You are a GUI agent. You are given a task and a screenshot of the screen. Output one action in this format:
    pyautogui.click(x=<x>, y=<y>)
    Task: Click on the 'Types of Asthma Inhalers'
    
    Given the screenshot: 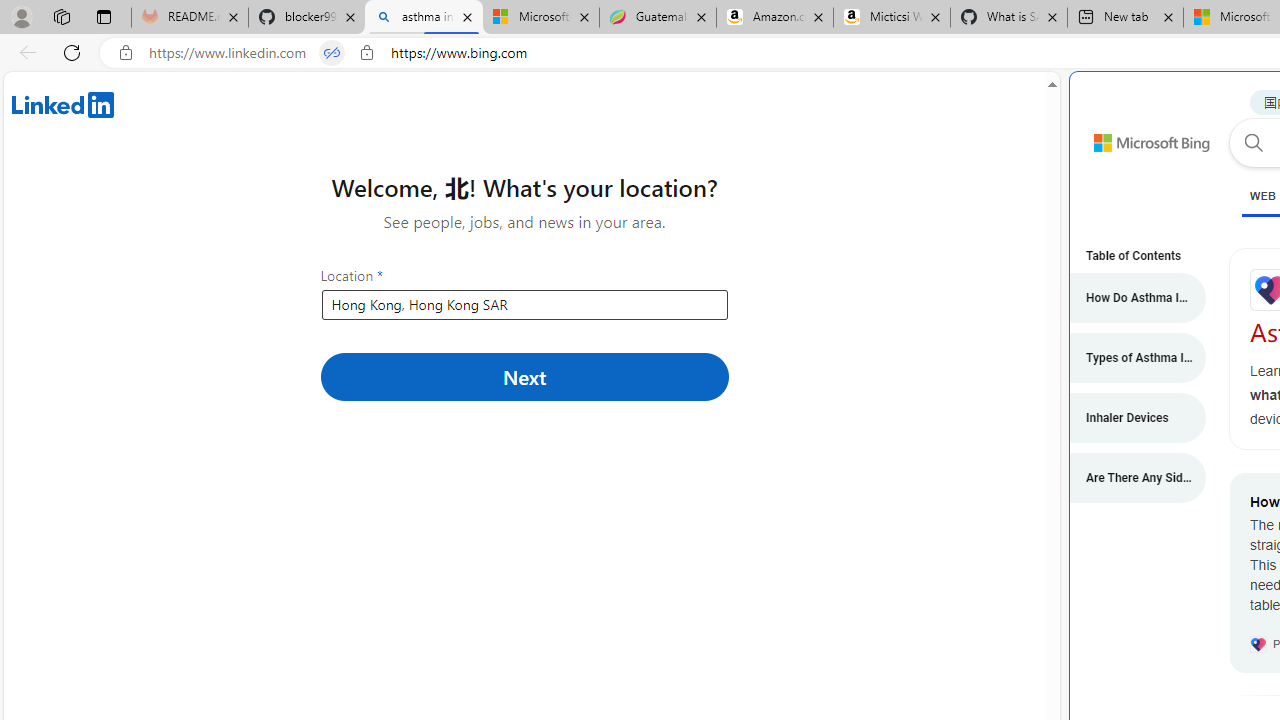 What is the action you would take?
    pyautogui.click(x=1127, y=356)
    